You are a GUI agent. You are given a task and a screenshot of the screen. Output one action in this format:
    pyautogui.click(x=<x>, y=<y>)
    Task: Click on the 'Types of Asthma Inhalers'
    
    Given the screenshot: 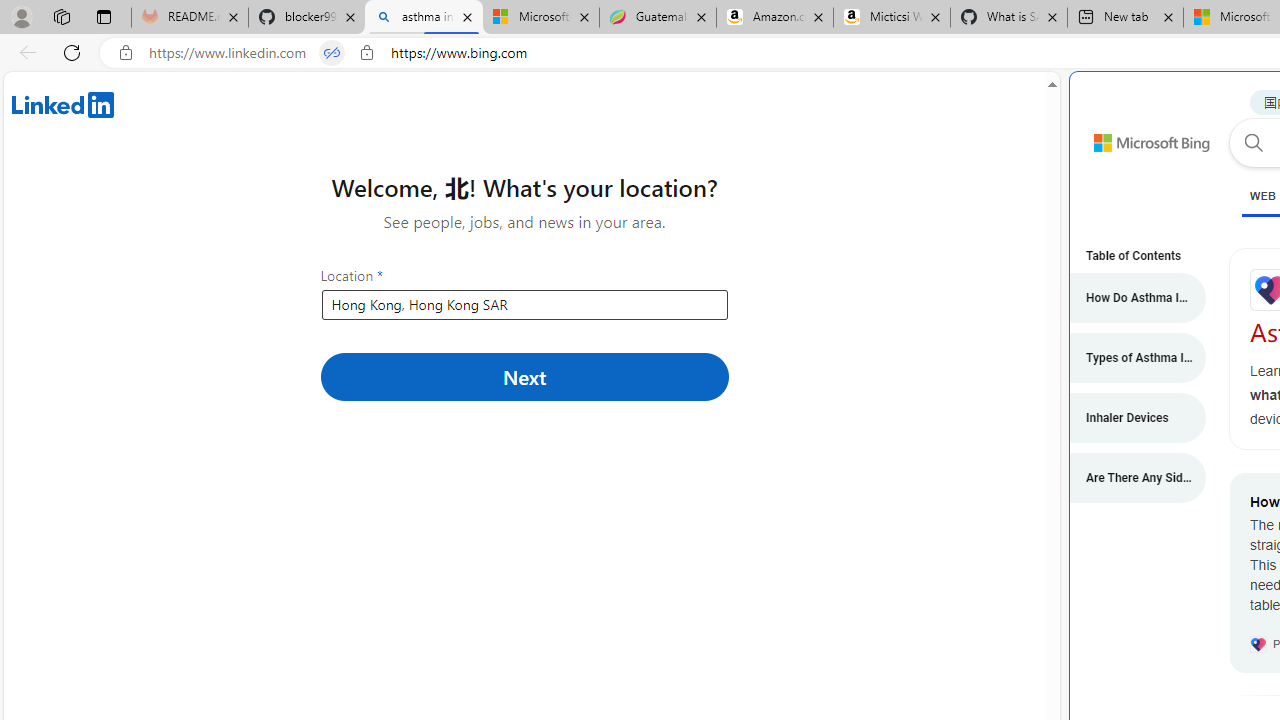 What is the action you would take?
    pyautogui.click(x=1127, y=356)
    